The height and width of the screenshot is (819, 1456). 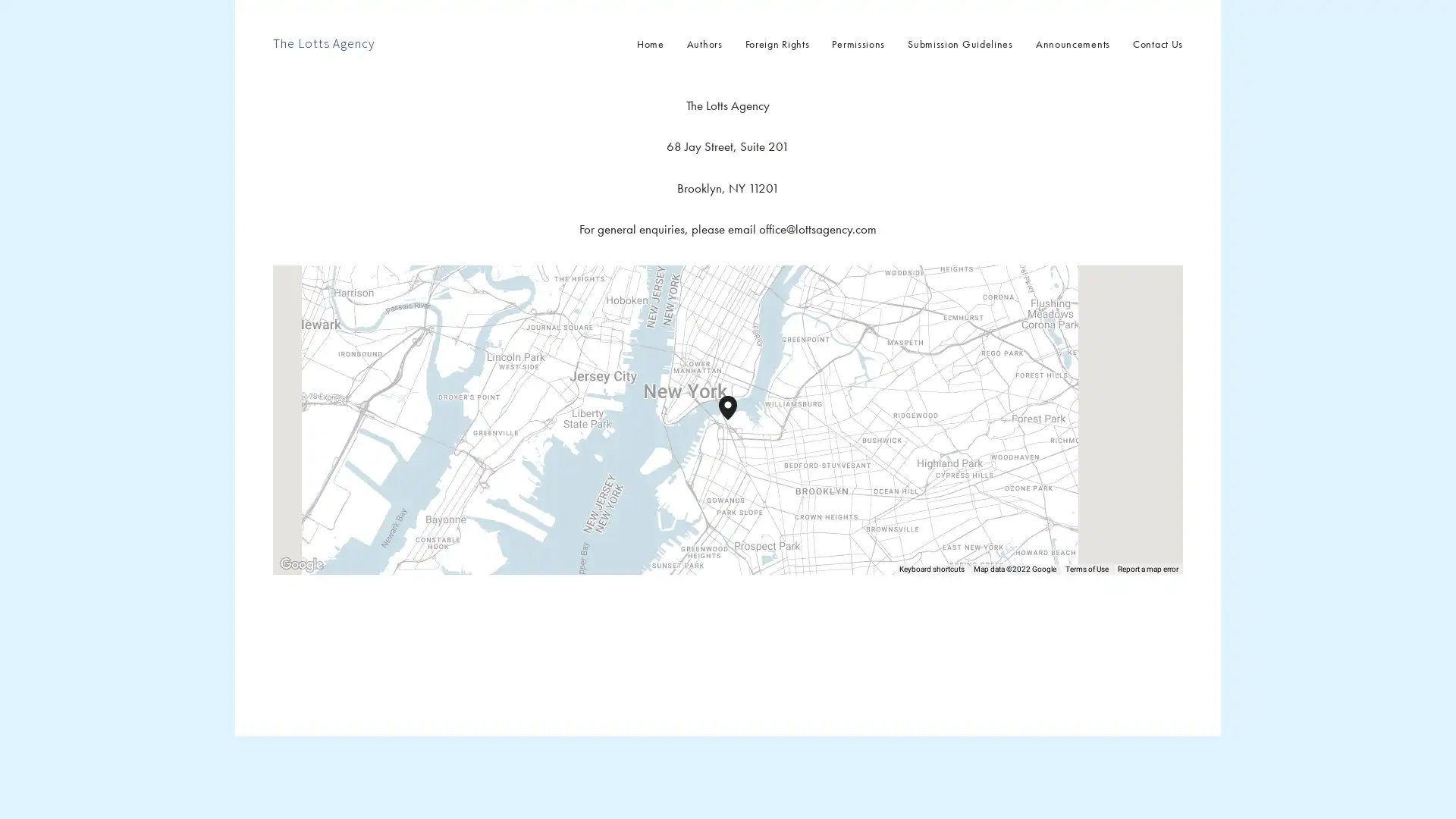 I want to click on 68 Jay Street Brooklyn, NY, 11201, United States, so click(x=737, y=420).